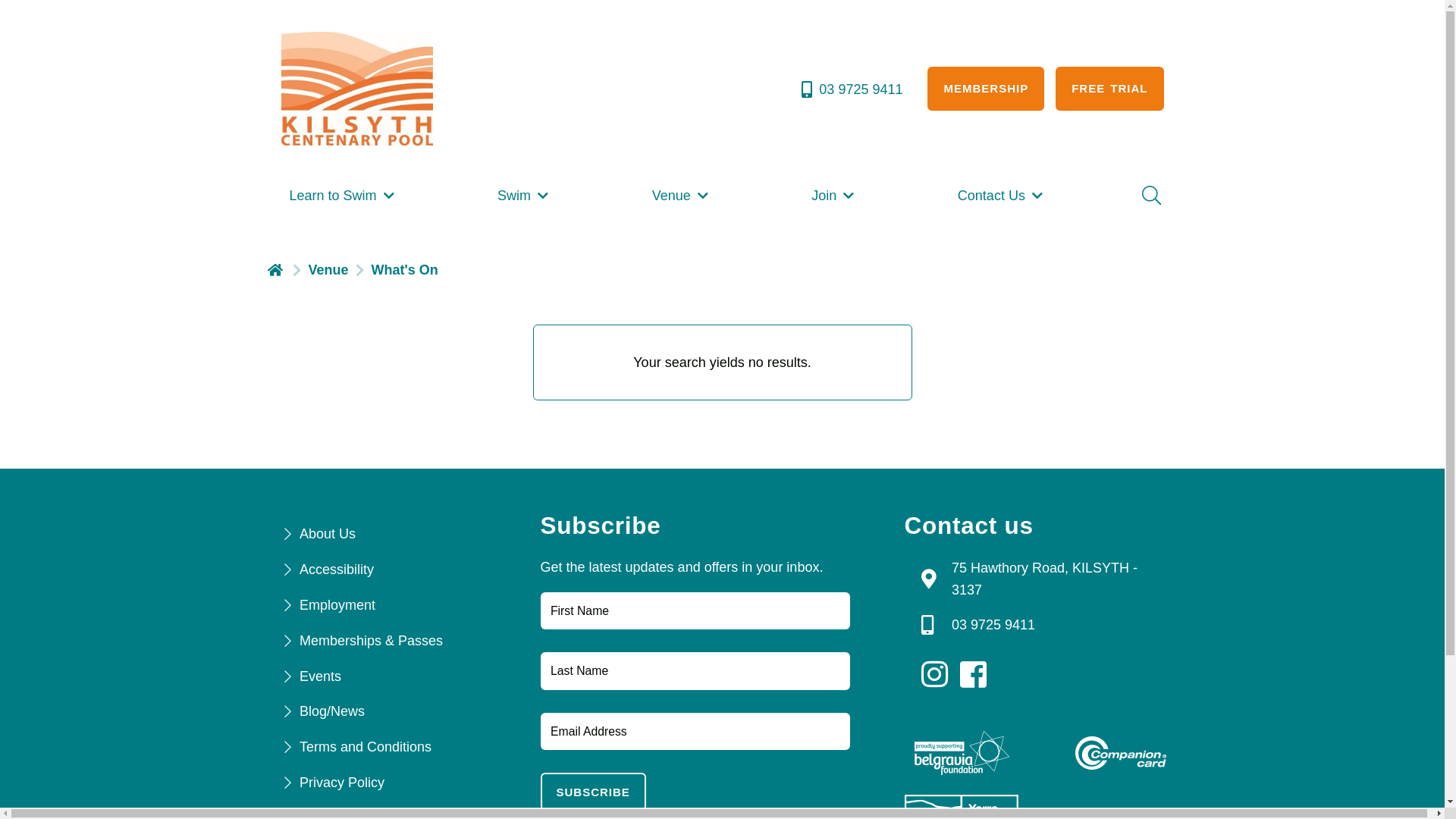  Describe the element at coordinates (341, 195) in the screenshot. I see `'Learn to Swim'` at that location.